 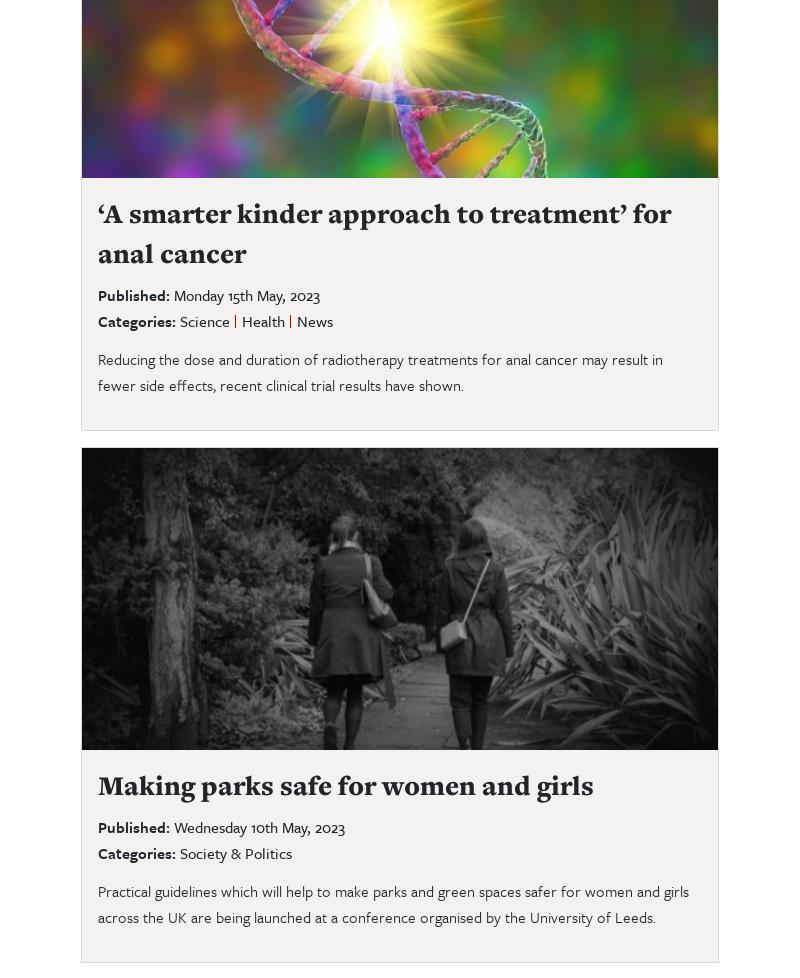 What do you see at coordinates (349, 783) in the screenshot?
I see `'Making parks safe for women and girls'` at bounding box center [349, 783].